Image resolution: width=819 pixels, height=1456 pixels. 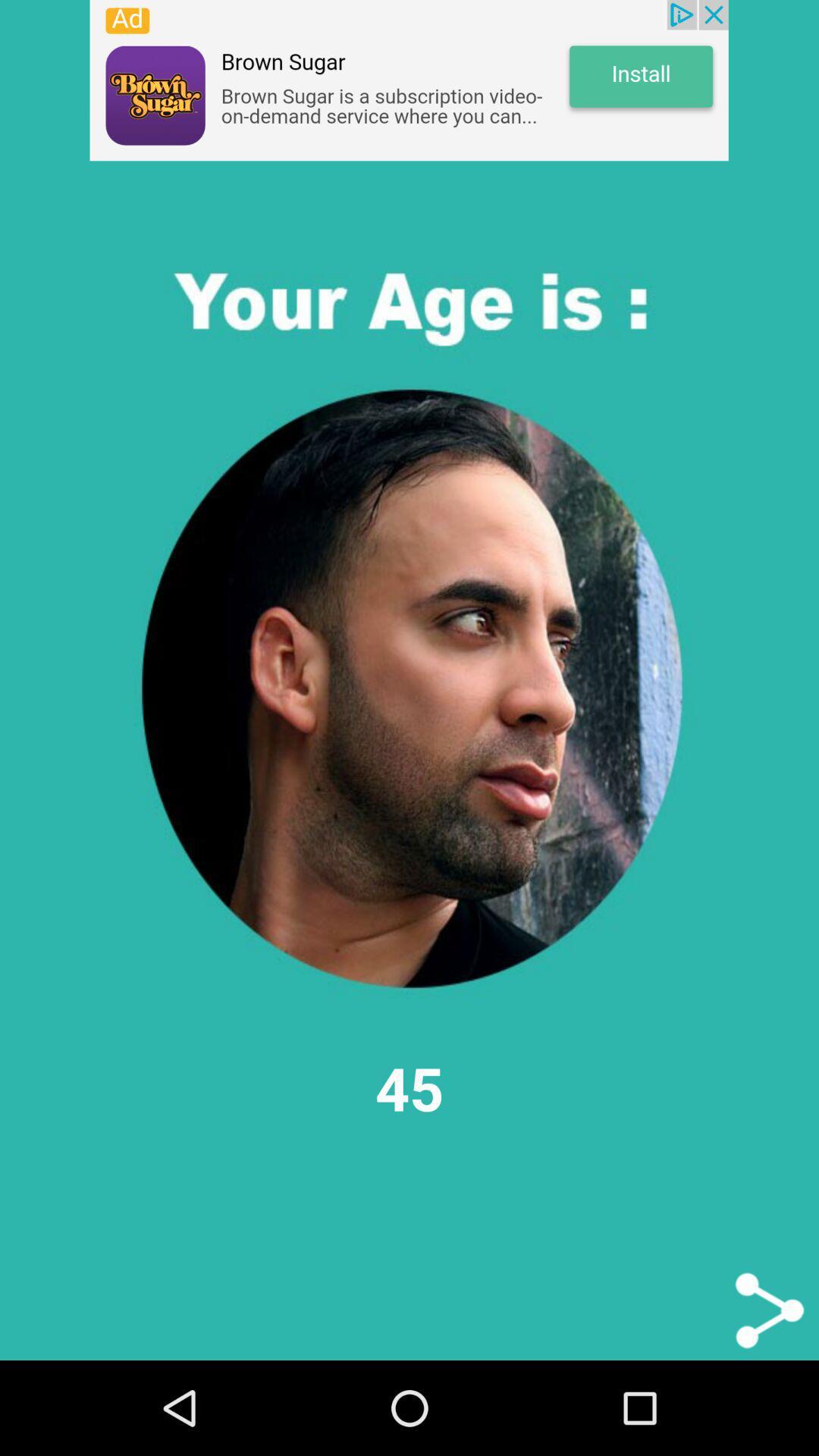 What do you see at coordinates (408, 80) in the screenshot?
I see `advertisement website` at bounding box center [408, 80].